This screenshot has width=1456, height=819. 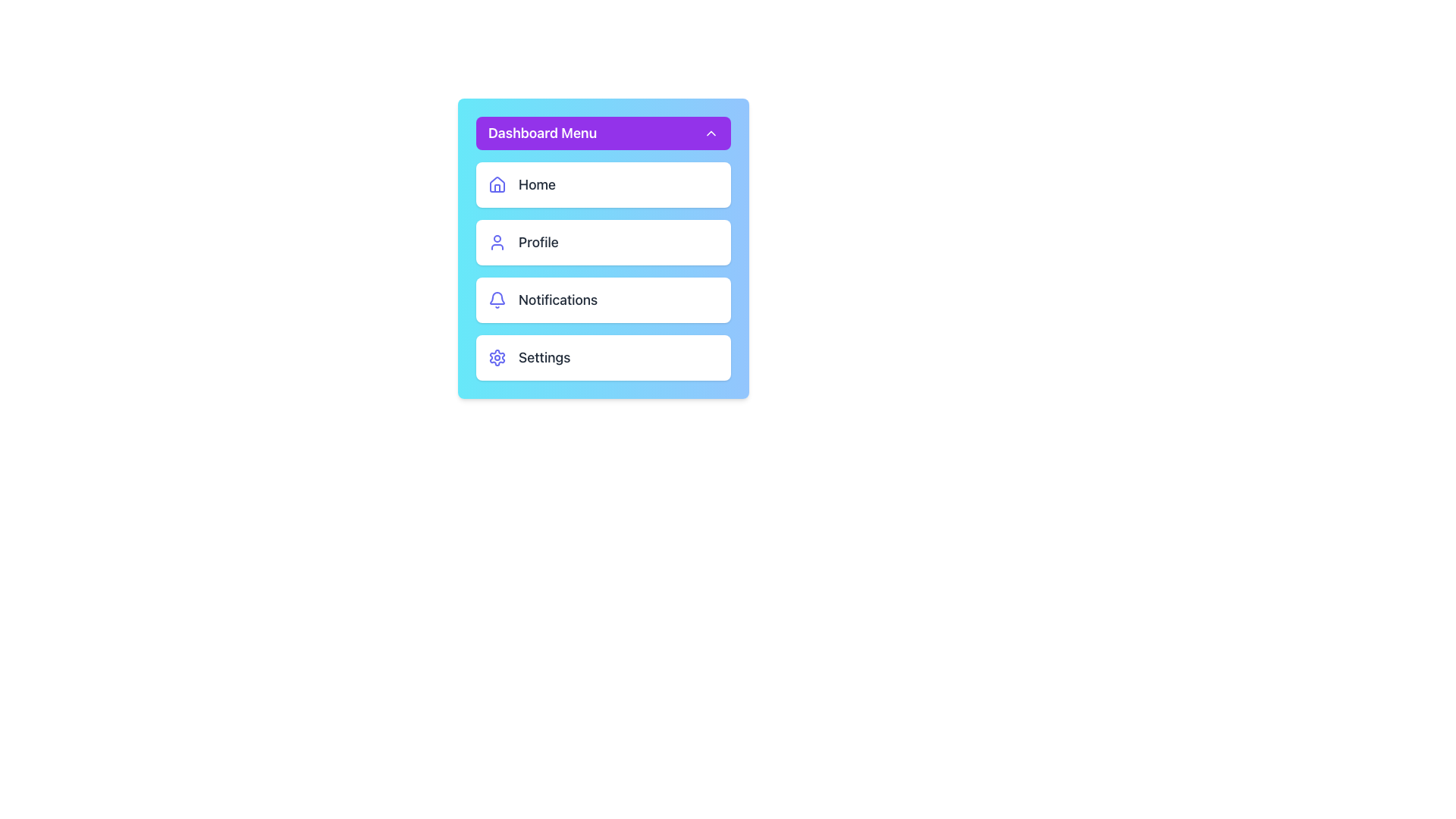 What do you see at coordinates (603, 133) in the screenshot?
I see `the rectangular, purple 'Dashboard Menu' button with rounded corners` at bounding box center [603, 133].